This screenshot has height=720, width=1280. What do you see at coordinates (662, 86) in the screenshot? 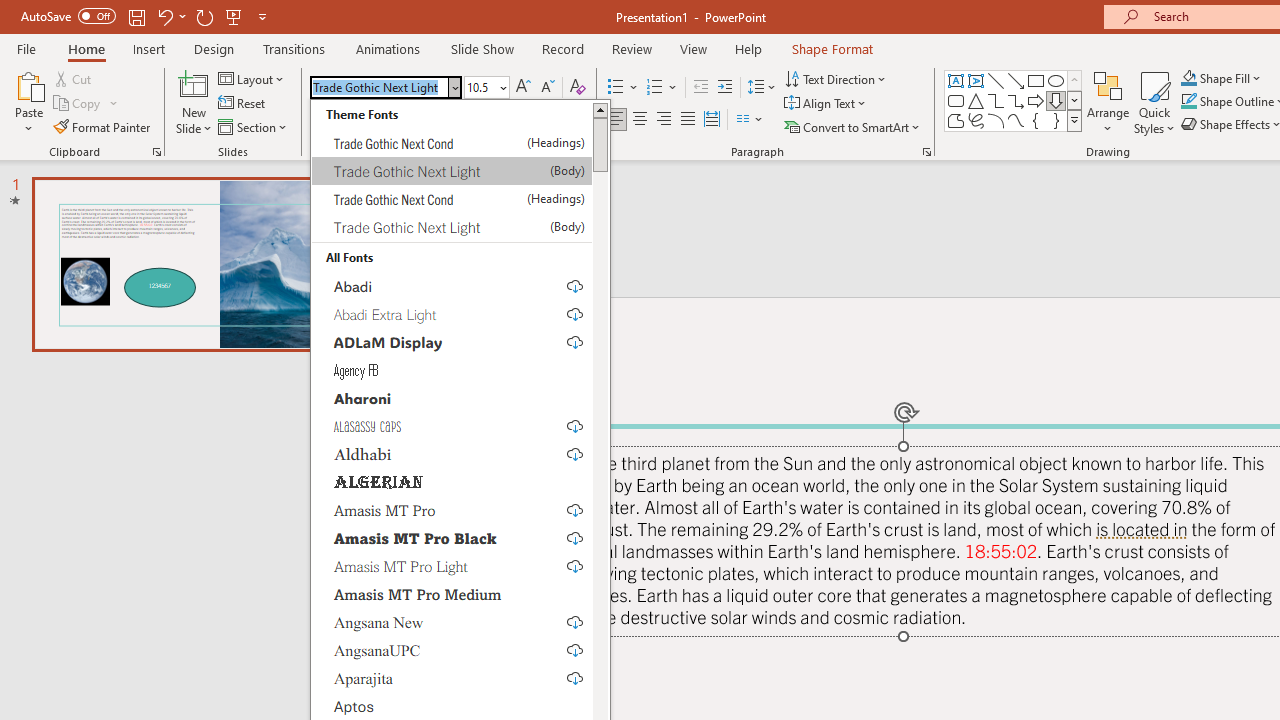
I see `'Numbering'` at bounding box center [662, 86].